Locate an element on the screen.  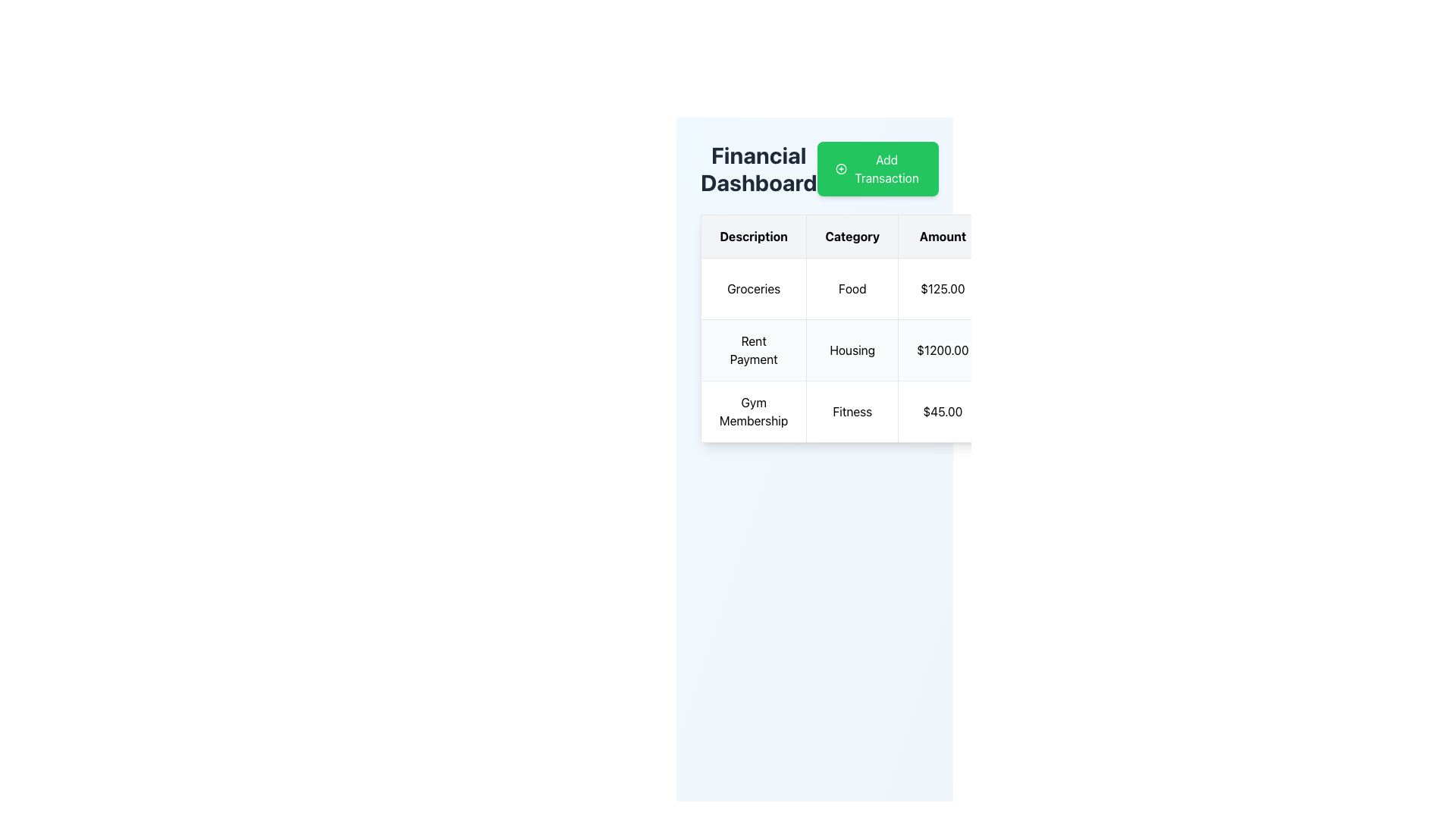
the static text label displaying '$125.00' located in the third cell of the first row under the 'Amount' column is located at coordinates (942, 289).